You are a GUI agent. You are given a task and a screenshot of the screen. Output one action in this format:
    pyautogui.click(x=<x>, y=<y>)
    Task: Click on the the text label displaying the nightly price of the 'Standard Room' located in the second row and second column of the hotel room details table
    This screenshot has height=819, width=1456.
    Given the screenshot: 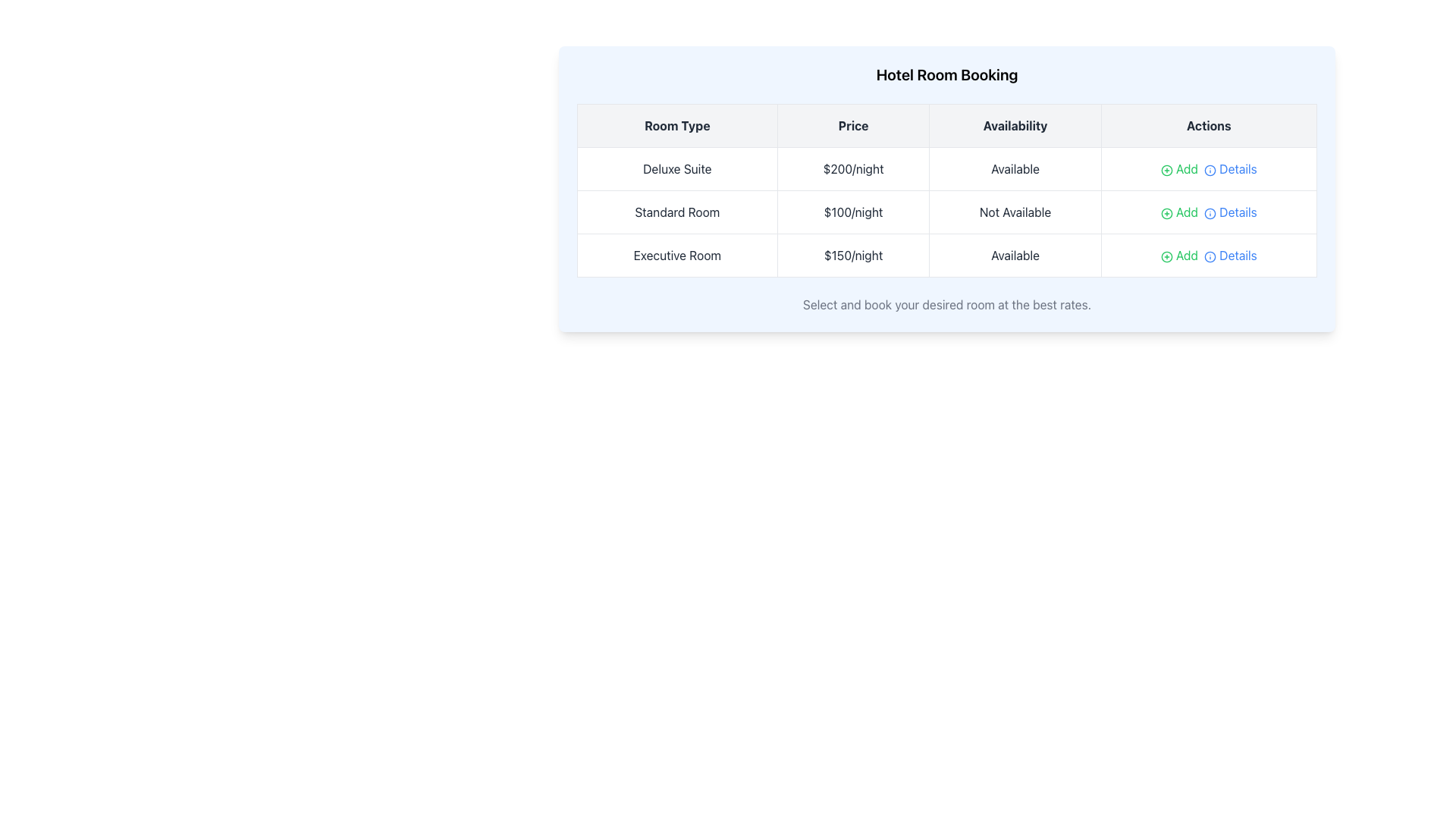 What is the action you would take?
    pyautogui.click(x=853, y=212)
    